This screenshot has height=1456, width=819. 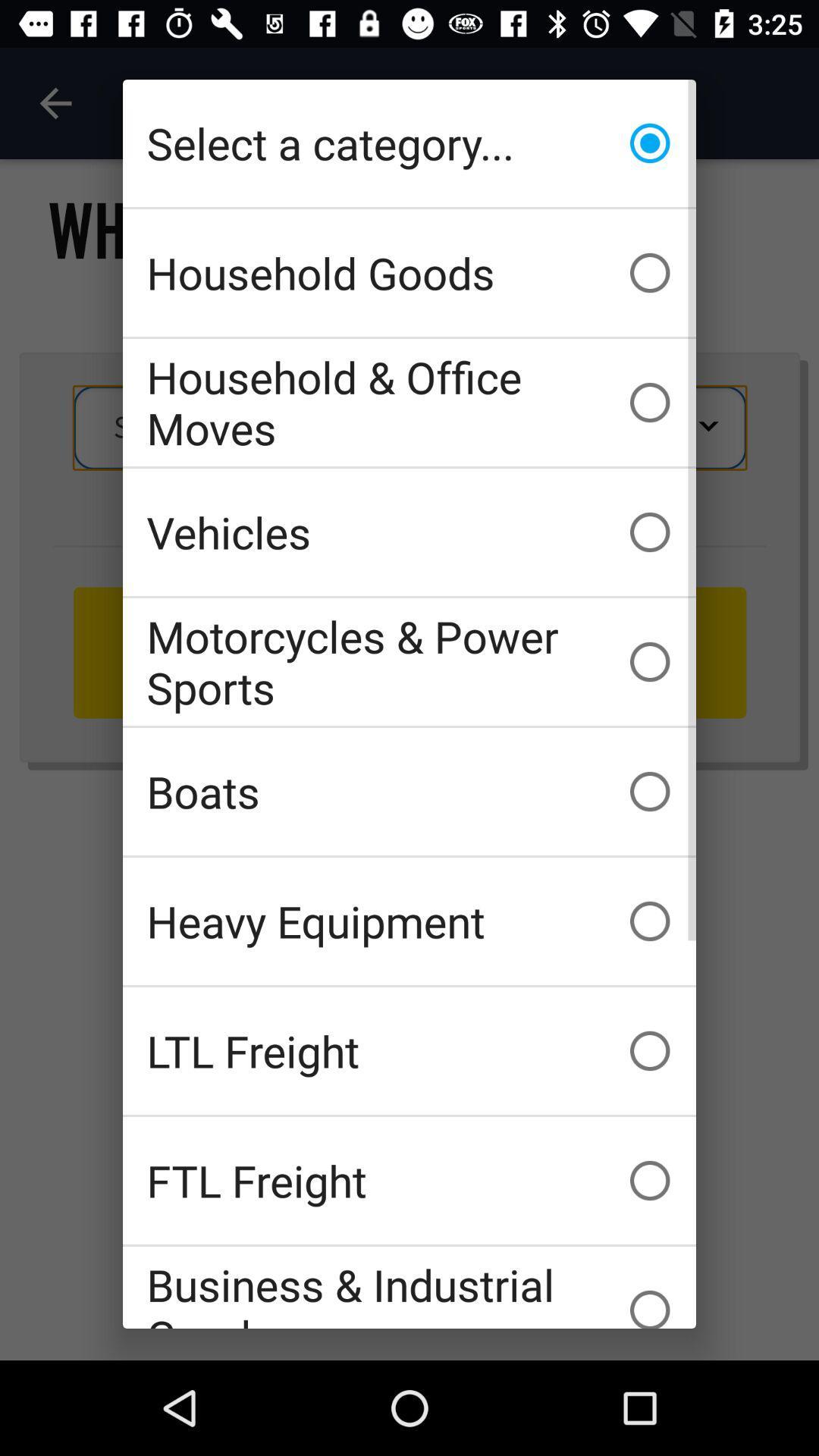 I want to click on the ftl freight, so click(x=409, y=1179).